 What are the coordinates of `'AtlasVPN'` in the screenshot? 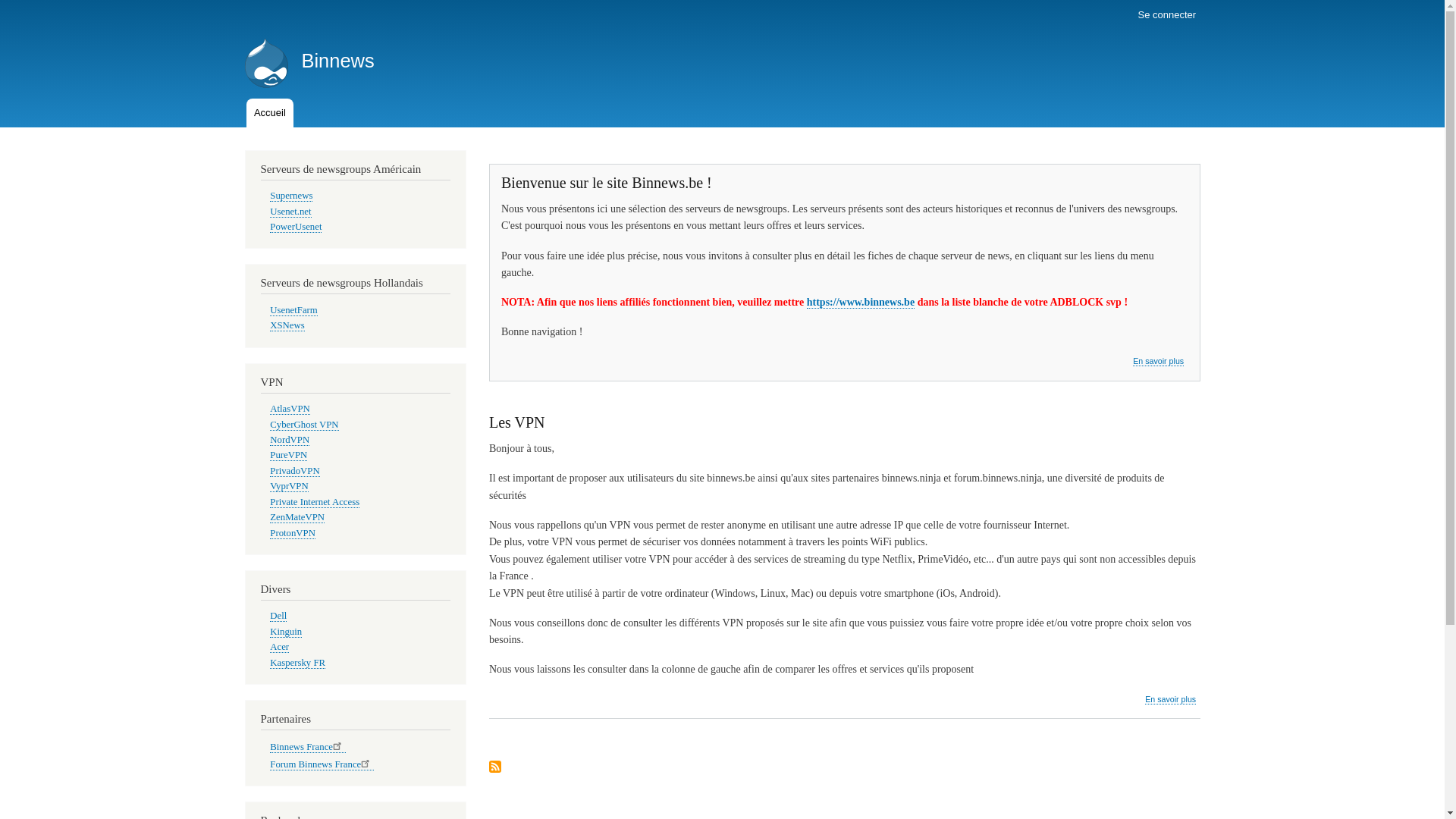 It's located at (269, 408).